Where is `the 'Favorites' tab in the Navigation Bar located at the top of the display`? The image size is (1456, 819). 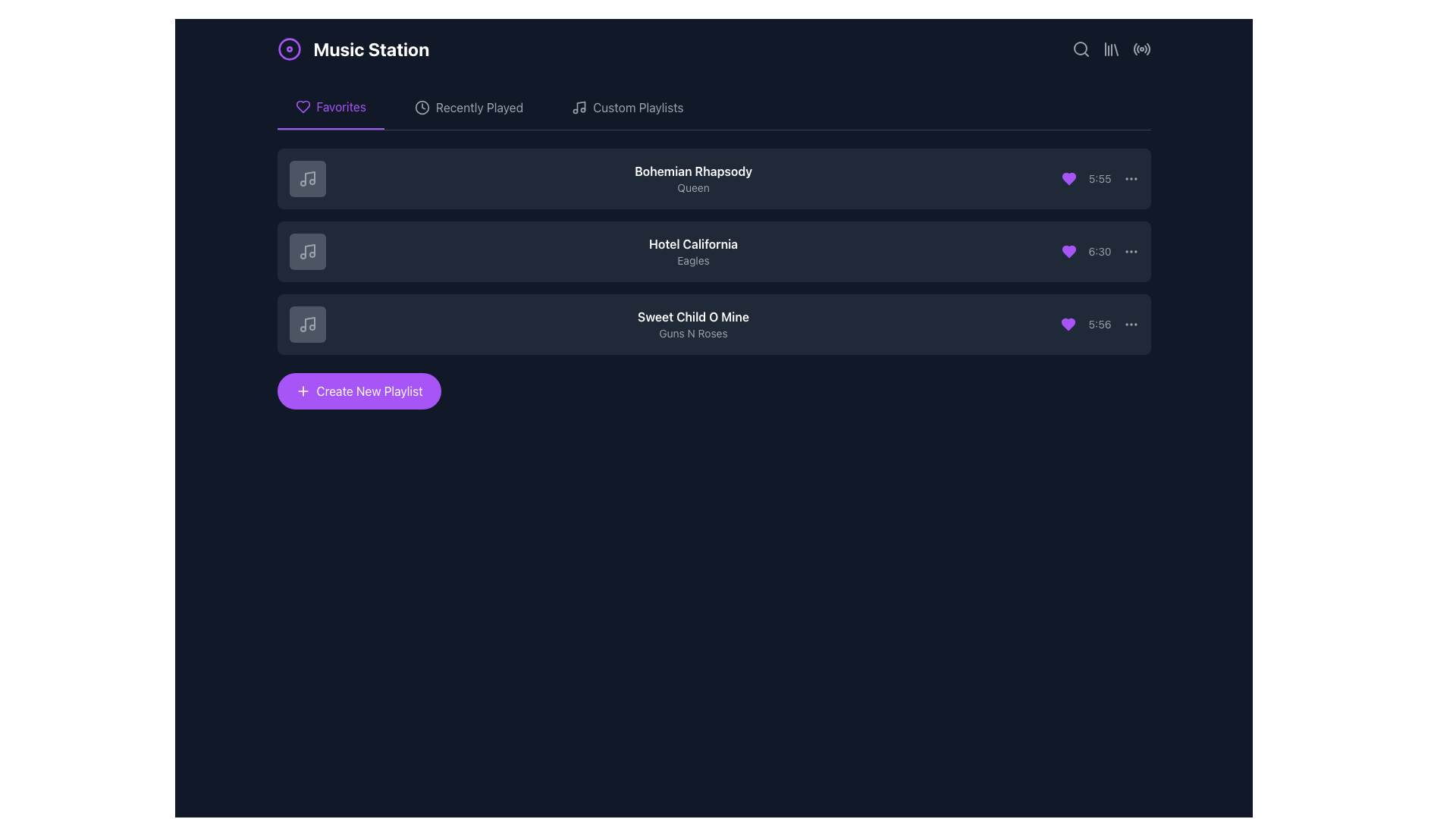 the 'Favorites' tab in the Navigation Bar located at the top of the display is located at coordinates (713, 107).